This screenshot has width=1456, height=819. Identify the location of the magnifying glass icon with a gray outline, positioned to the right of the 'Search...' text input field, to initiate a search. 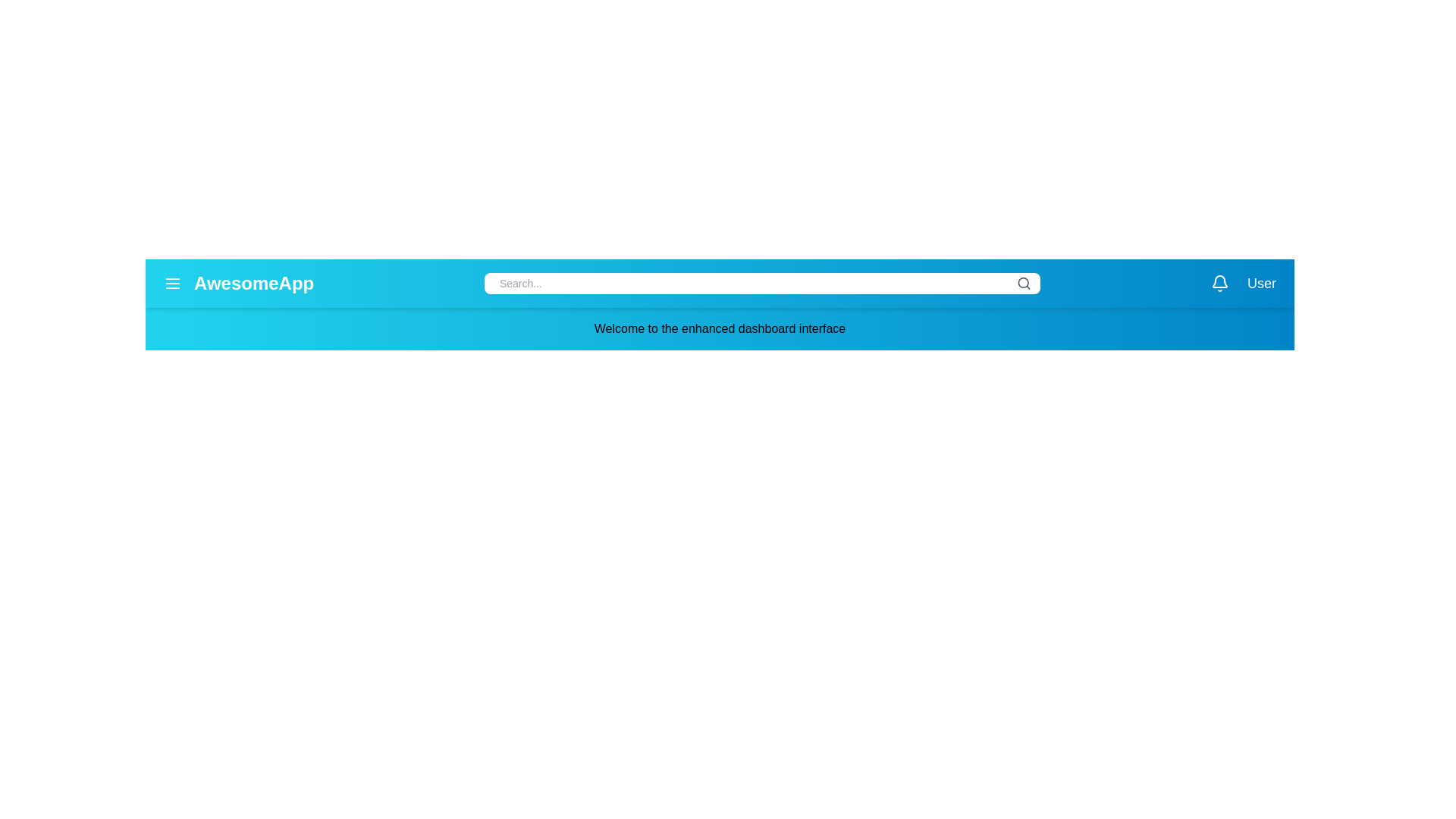
(1024, 284).